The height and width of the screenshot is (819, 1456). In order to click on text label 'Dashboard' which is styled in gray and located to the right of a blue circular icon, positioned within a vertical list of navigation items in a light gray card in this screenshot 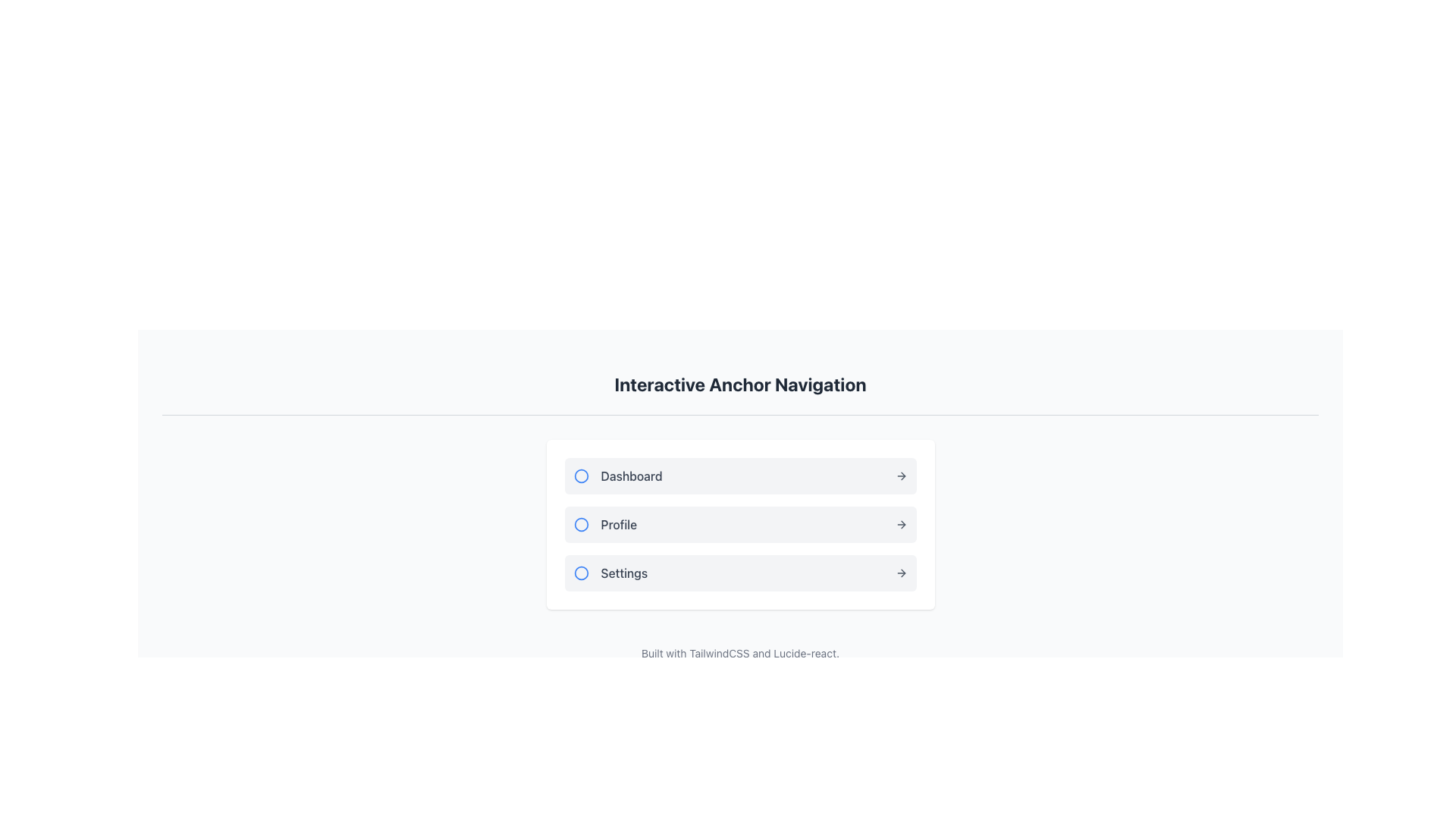, I will do `click(618, 475)`.